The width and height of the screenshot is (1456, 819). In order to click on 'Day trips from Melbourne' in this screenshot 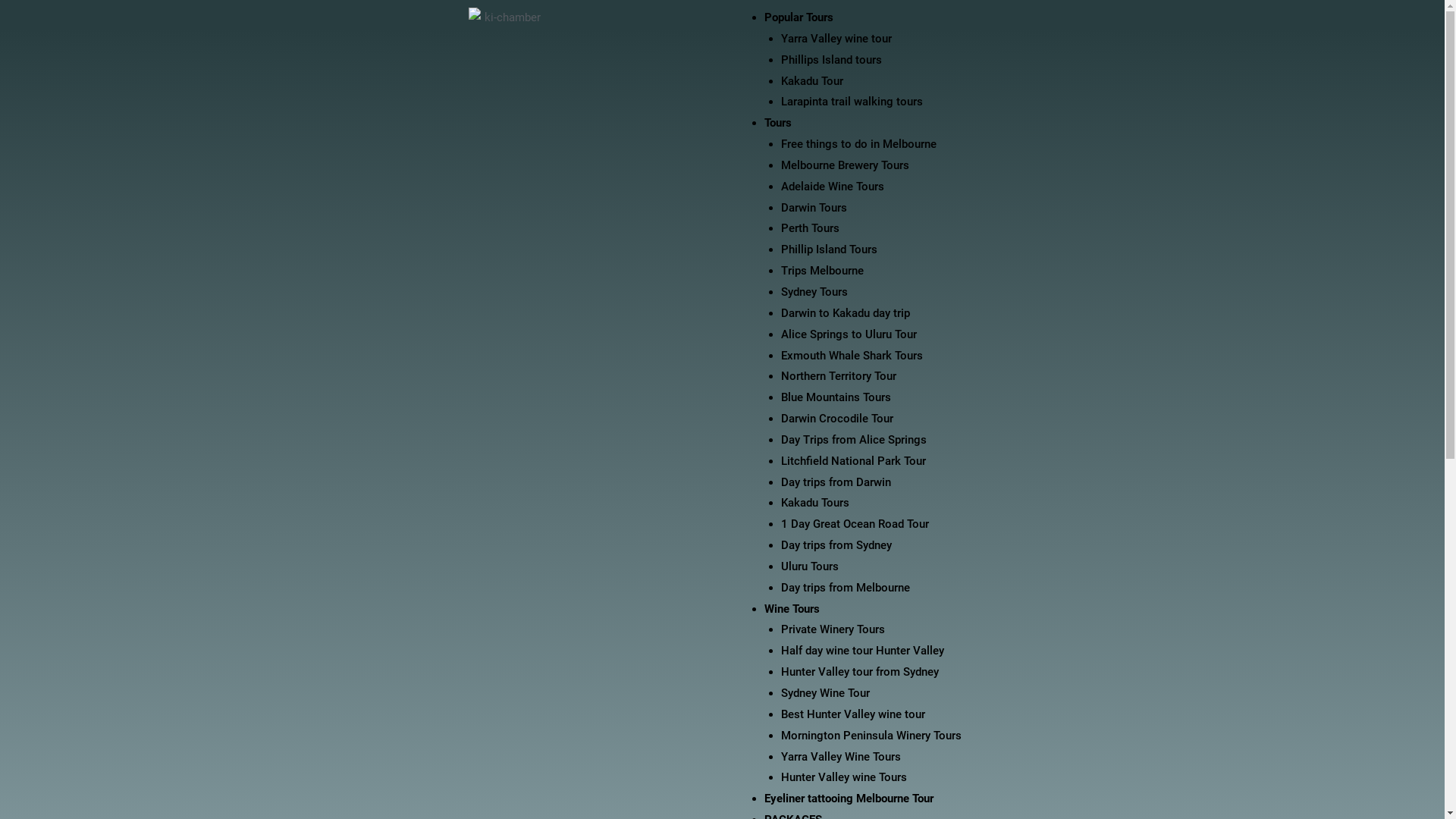, I will do `click(844, 587)`.